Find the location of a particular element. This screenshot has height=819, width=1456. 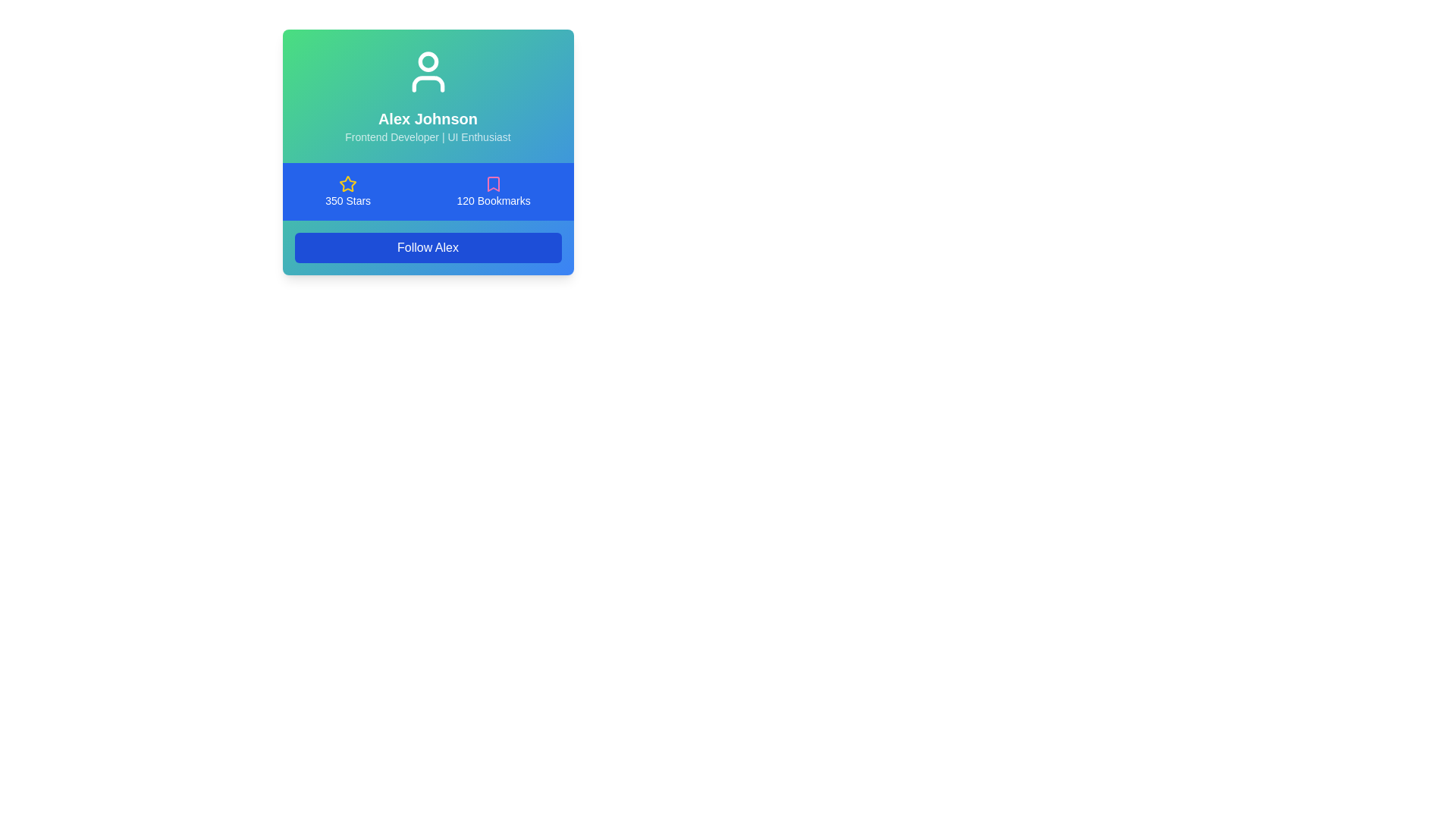

the Statistical Display element that shows the count of bookmarks, located in the blue section below the user details card, centered right and second in the layout is located at coordinates (494, 191).